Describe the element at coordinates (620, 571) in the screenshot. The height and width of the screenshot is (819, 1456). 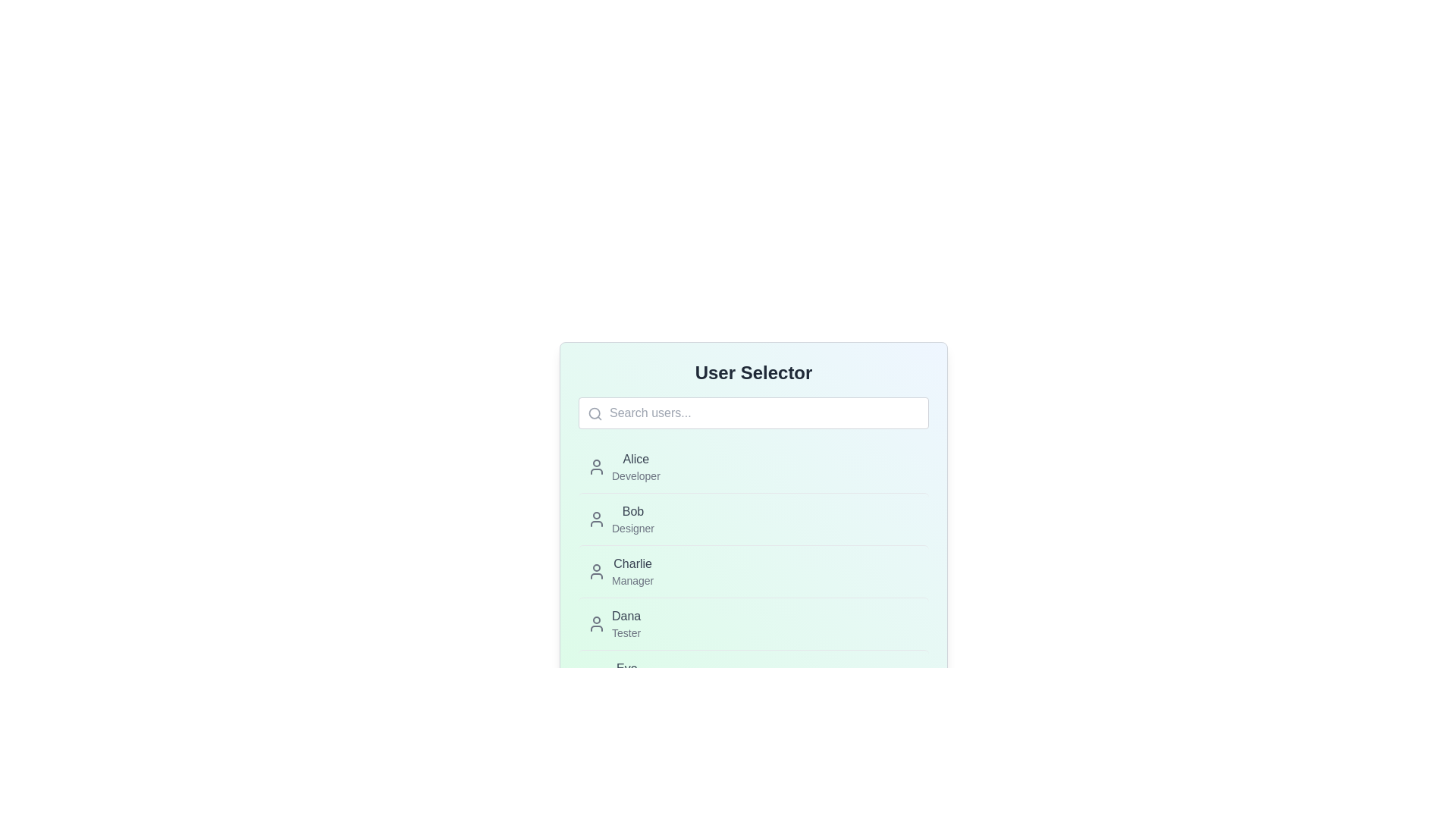
I see `the list item representing 'Charlie', which displays 'Charlie' in a larger font and 'Manager' in a smaller font, styled in gray tones` at that location.